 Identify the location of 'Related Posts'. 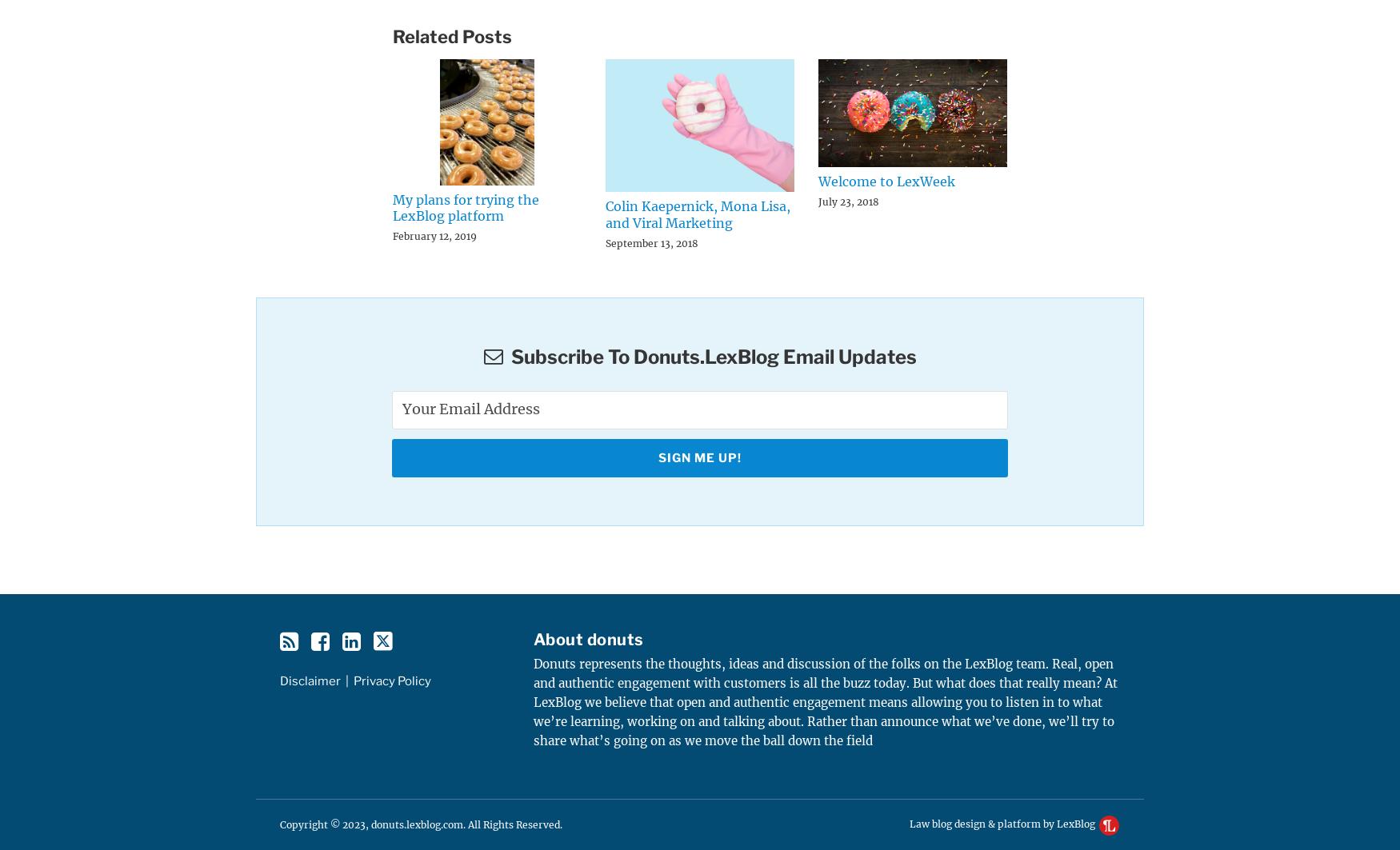
(452, 35).